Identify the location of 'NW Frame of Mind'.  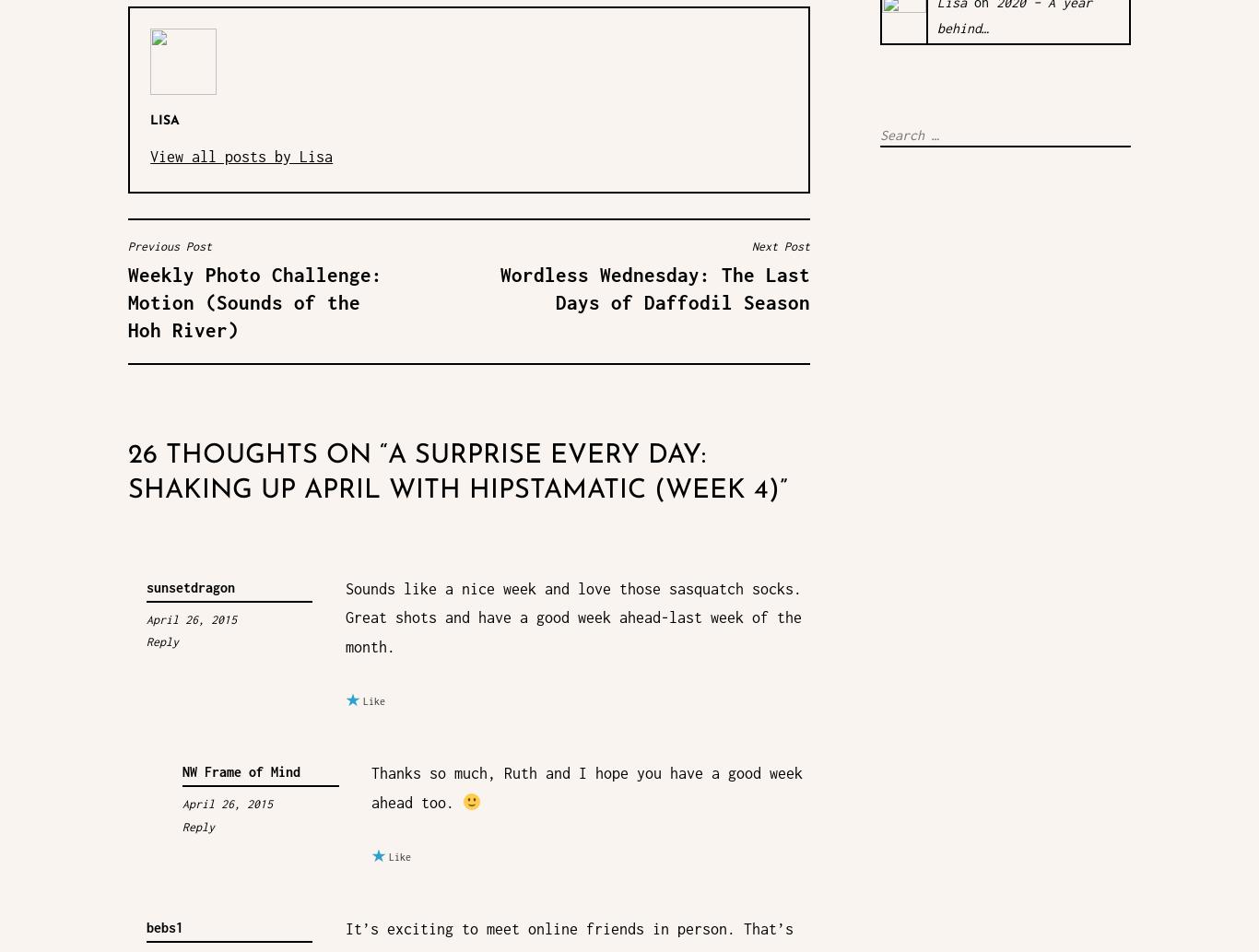
(241, 771).